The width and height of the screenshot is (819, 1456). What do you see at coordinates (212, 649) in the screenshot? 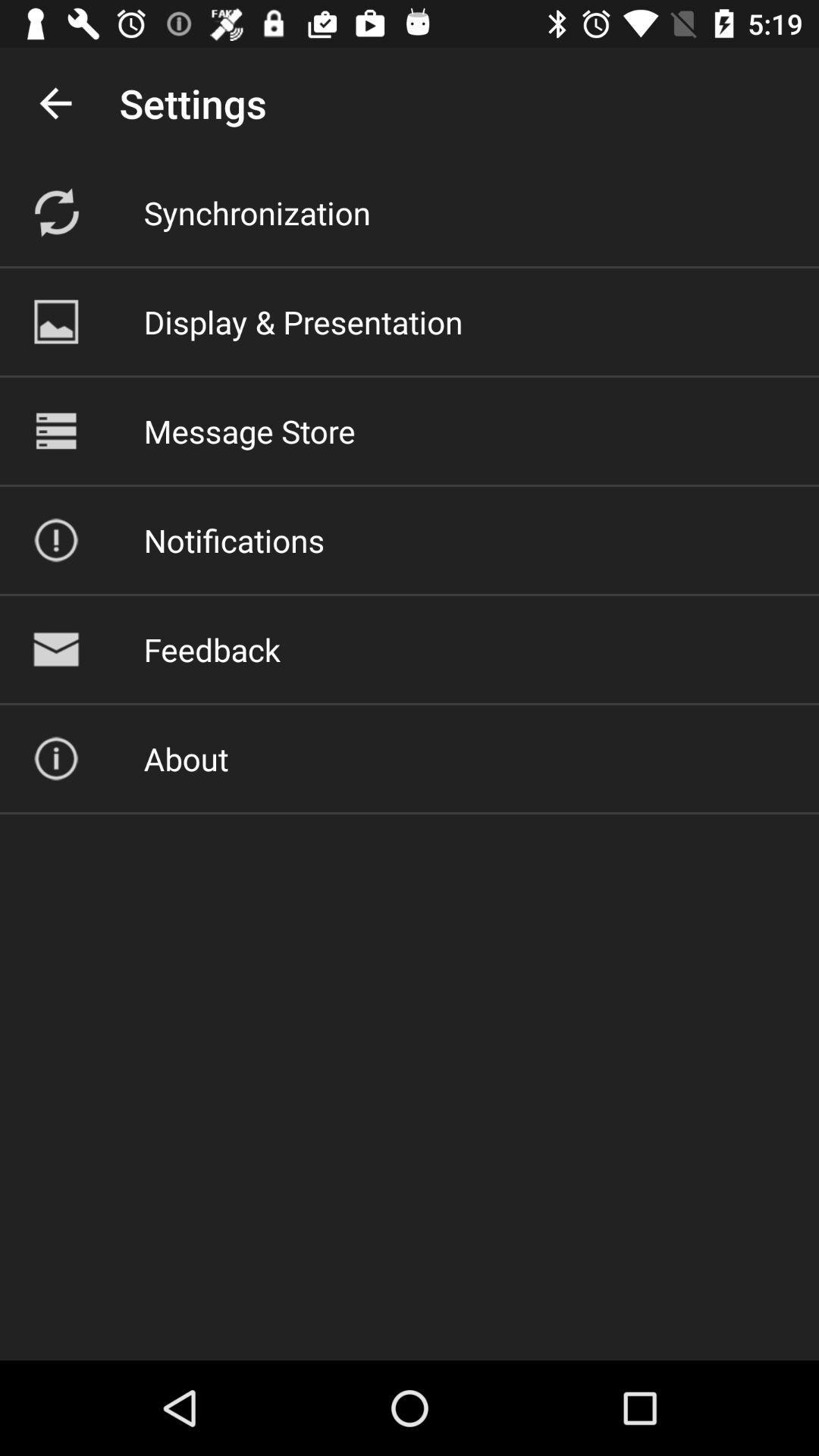
I see `the feedback item` at bounding box center [212, 649].